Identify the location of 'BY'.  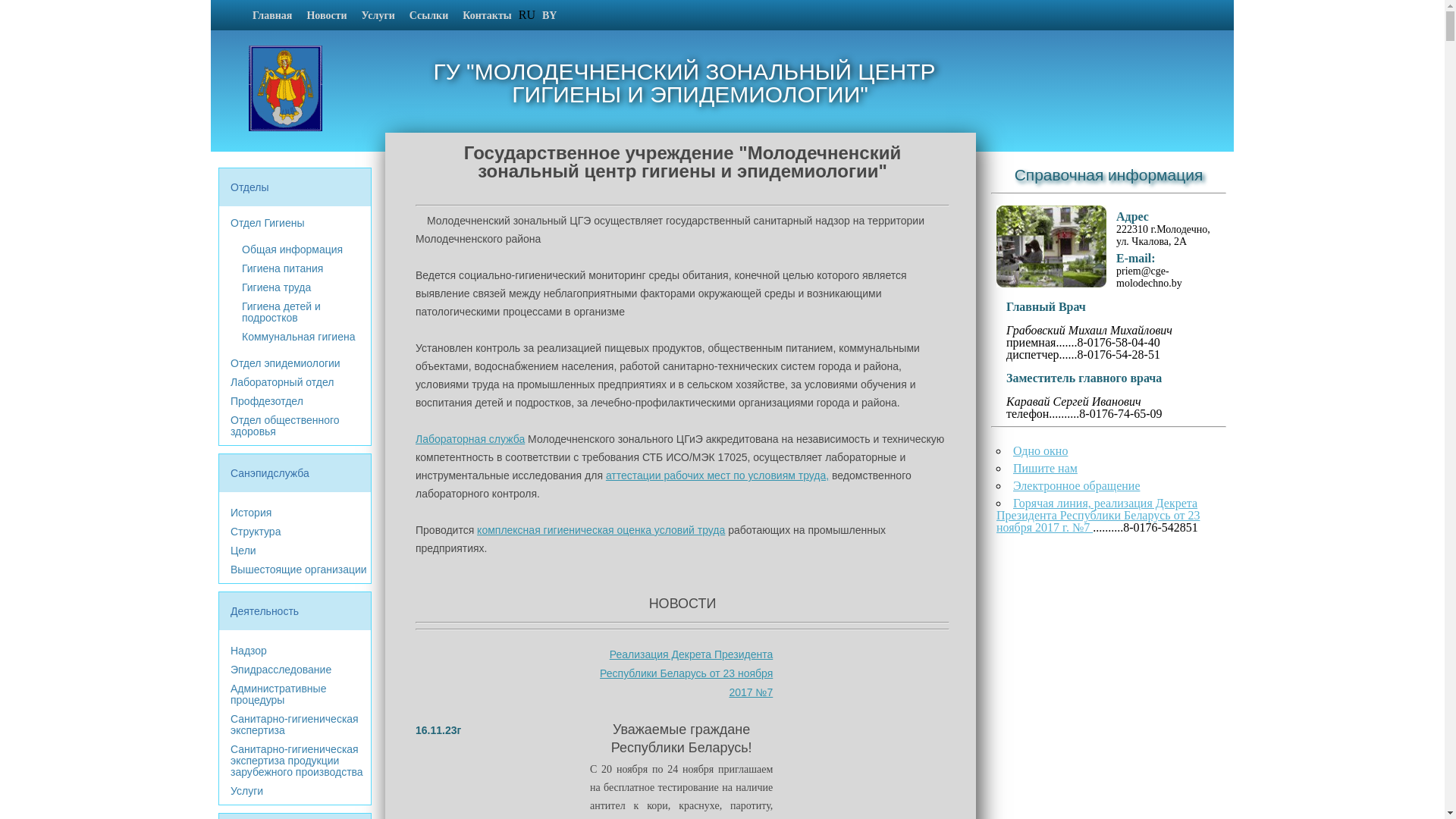
(535, 15).